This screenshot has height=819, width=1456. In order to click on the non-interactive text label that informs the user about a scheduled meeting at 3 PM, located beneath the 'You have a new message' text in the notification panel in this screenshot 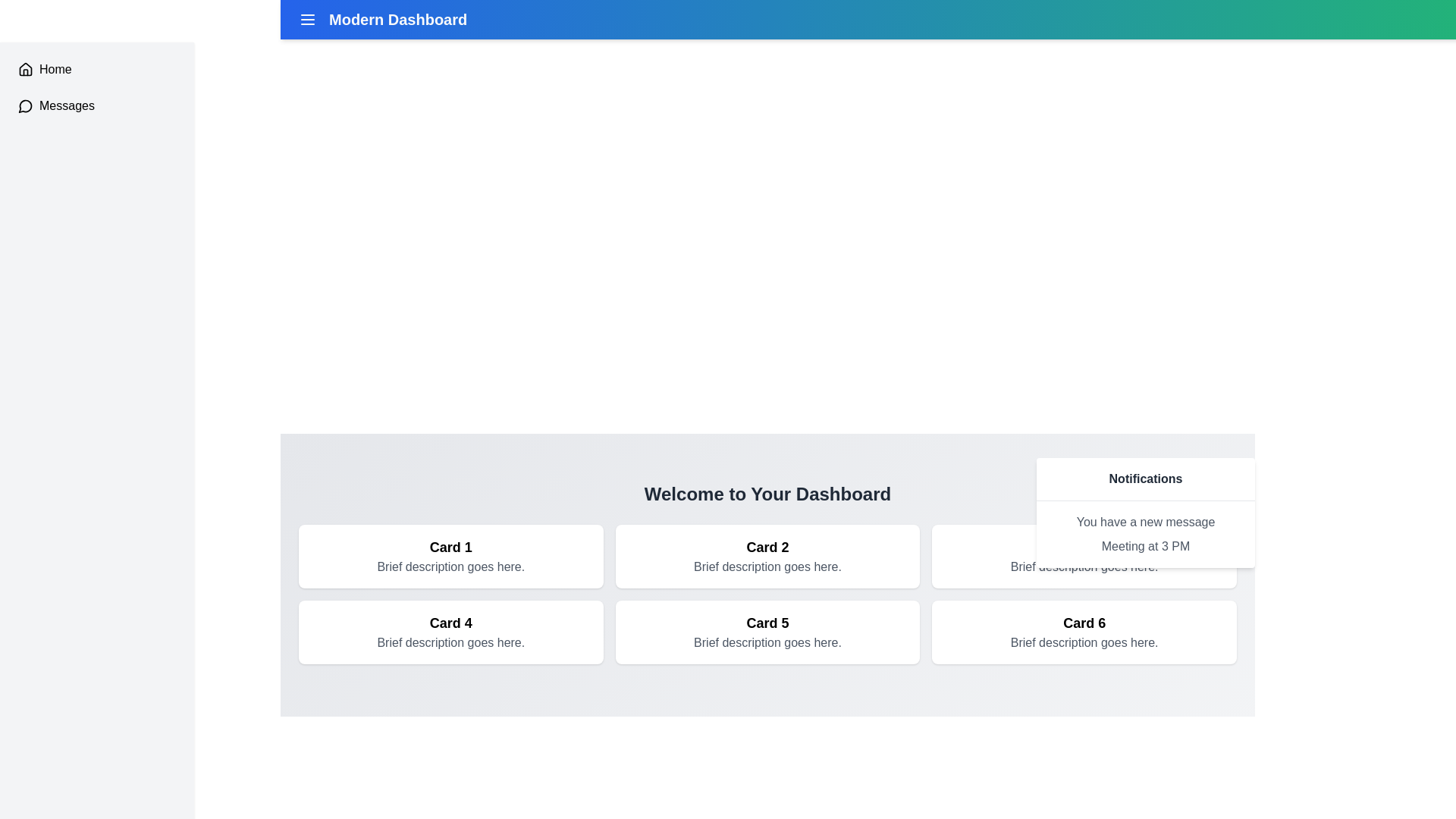, I will do `click(1146, 547)`.